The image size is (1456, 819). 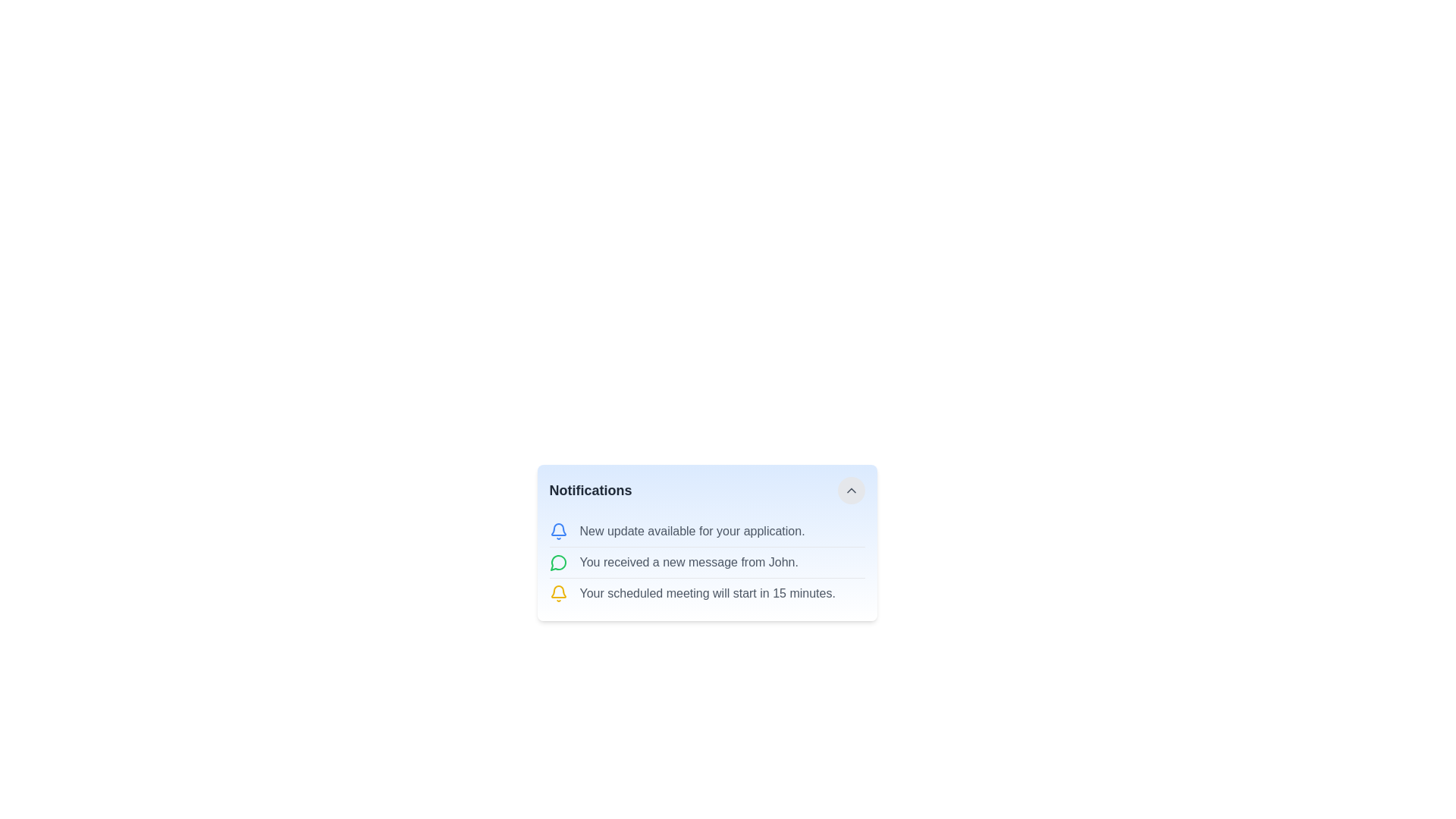 I want to click on the yellow bell-shaped icon located at the top left of the notification item, so click(x=557, y=591).